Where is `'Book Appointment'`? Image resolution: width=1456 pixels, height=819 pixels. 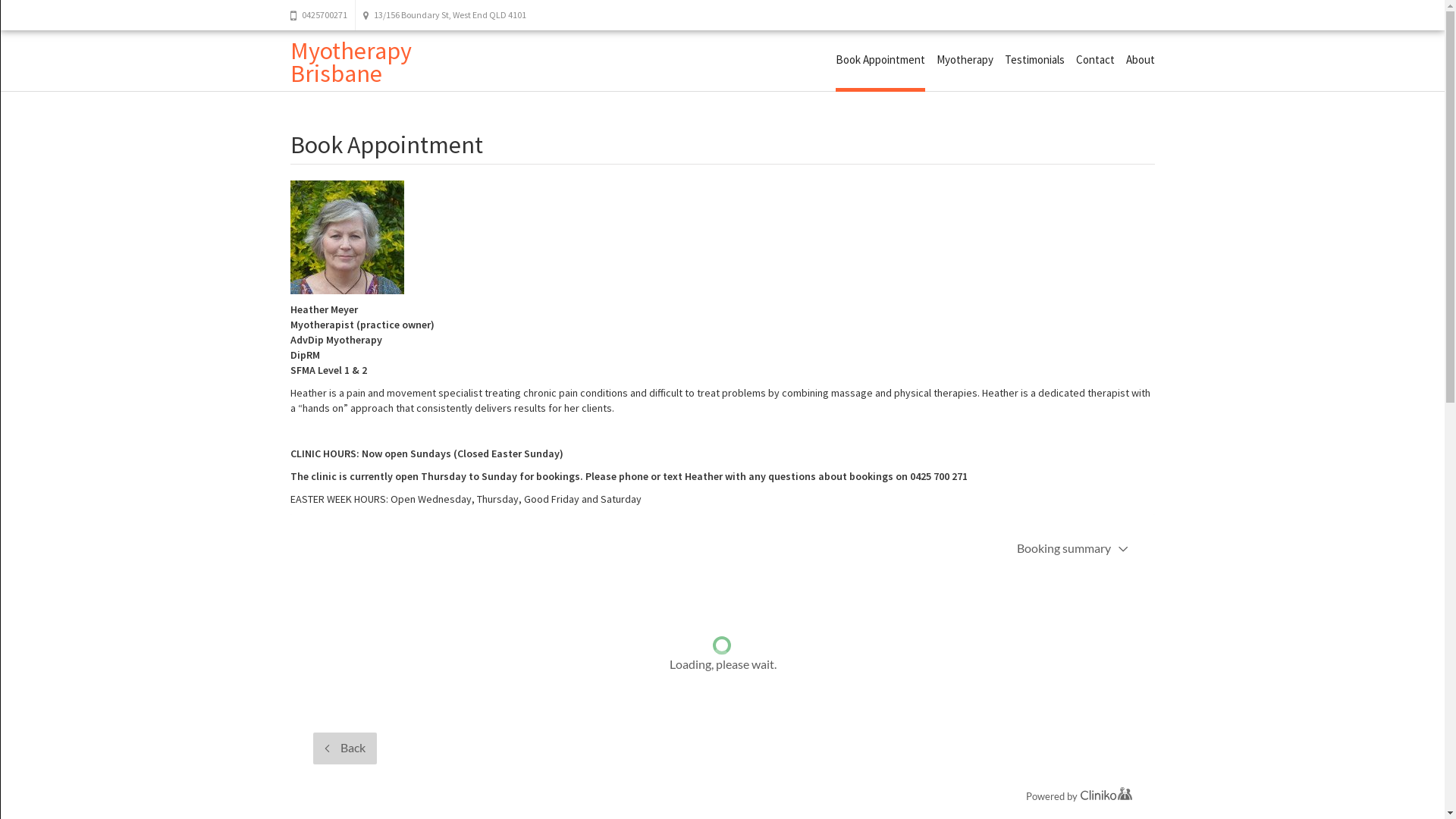 'Book Appointment' is located at coordinates (880, 61).